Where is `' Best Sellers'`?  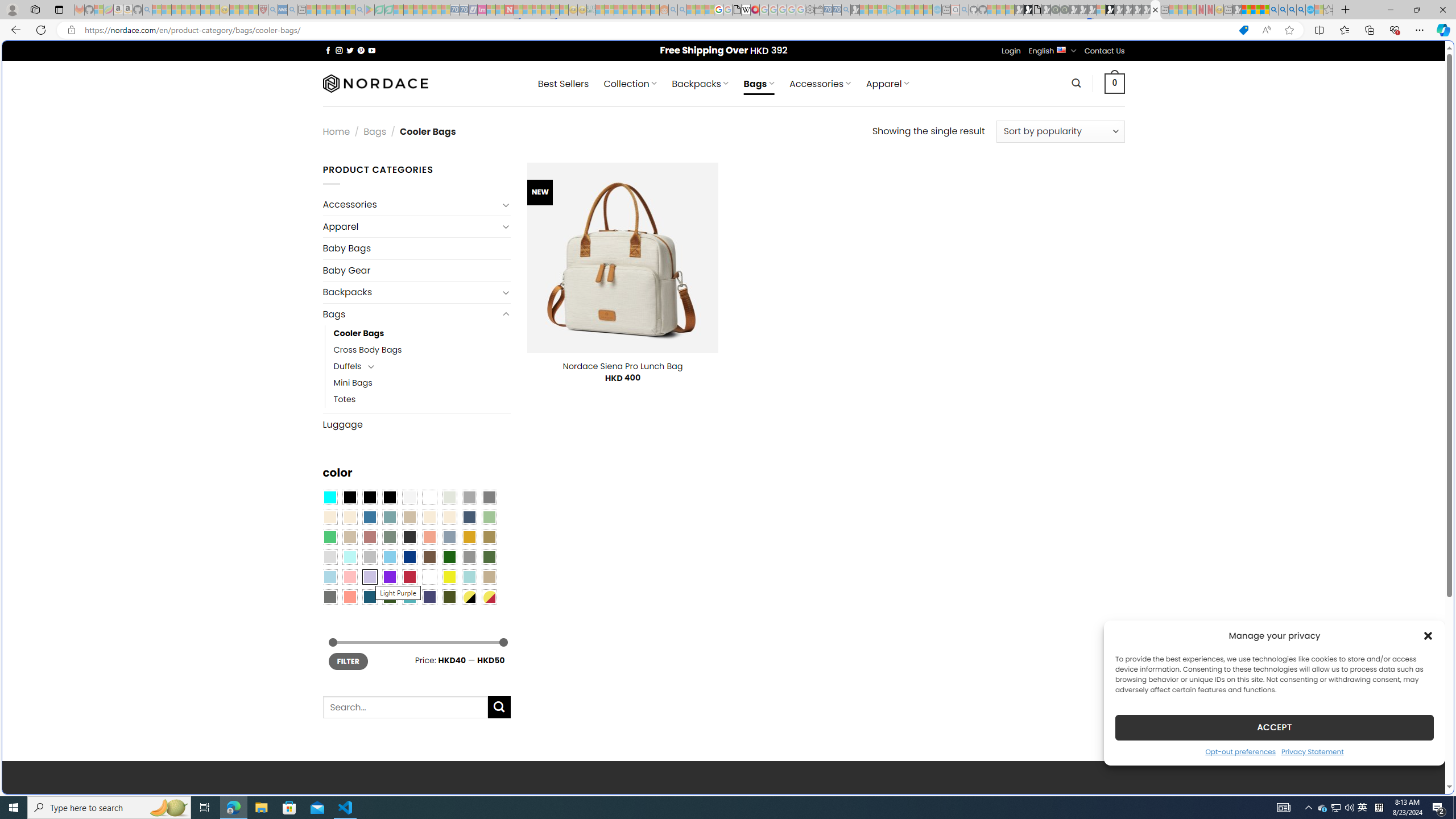
' Best Sellers' is located at coordinates (563, 83).